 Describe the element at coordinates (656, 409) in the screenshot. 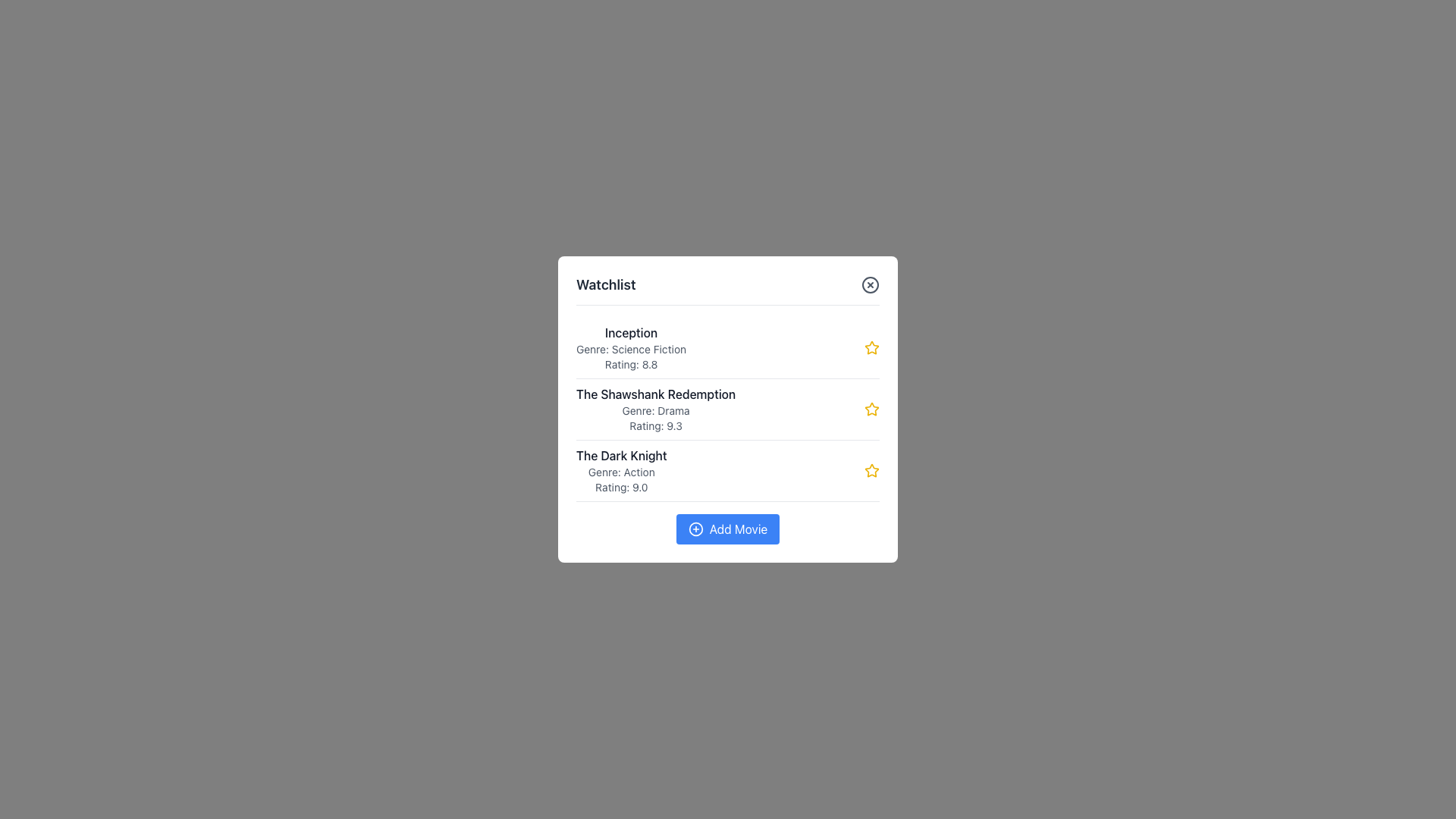

I see `information displayed in the Text Block titled 'The Shawshank Redemption', which includes its genre 'Drama' and rating '9.3'` at that location.